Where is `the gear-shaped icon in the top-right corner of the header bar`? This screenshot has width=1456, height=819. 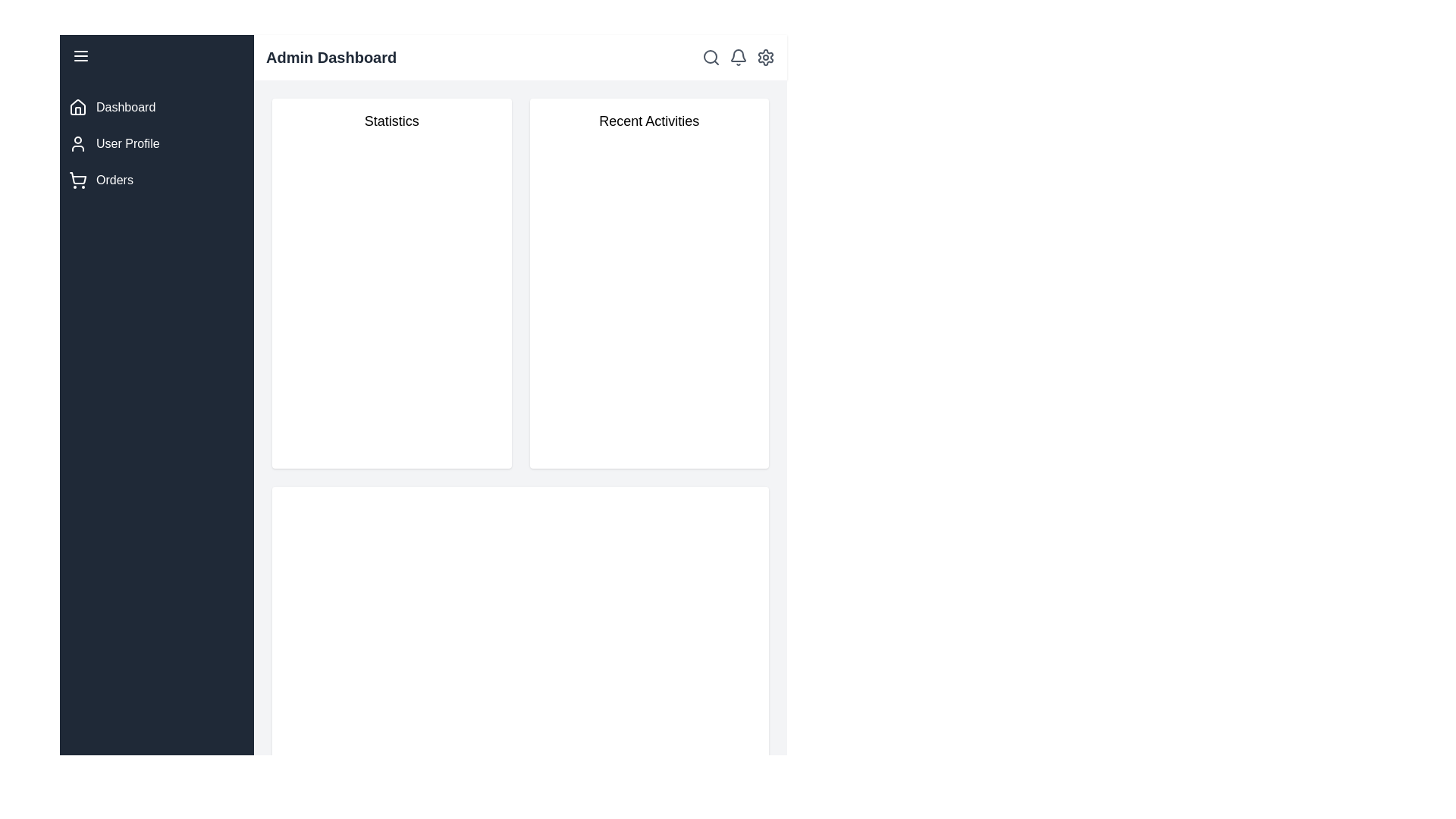
the gear-shaped icon in the top-right corner of the header bar is located at coordinates (765, 57).